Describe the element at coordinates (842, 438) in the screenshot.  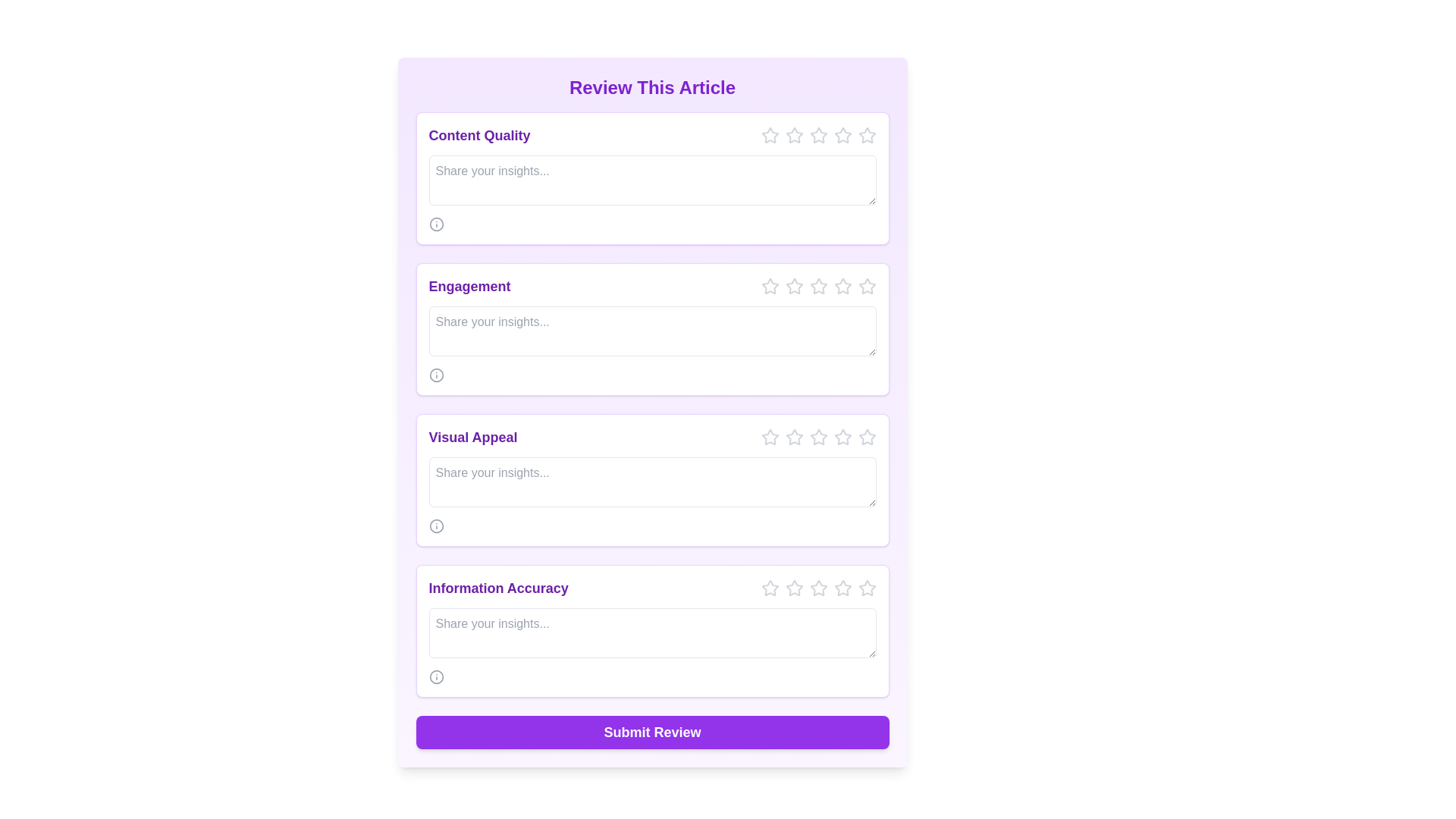
I see `the fifth star icon for rating, which is gray and located to the right of the text field labeled 'Visual Appeal'` at that location.